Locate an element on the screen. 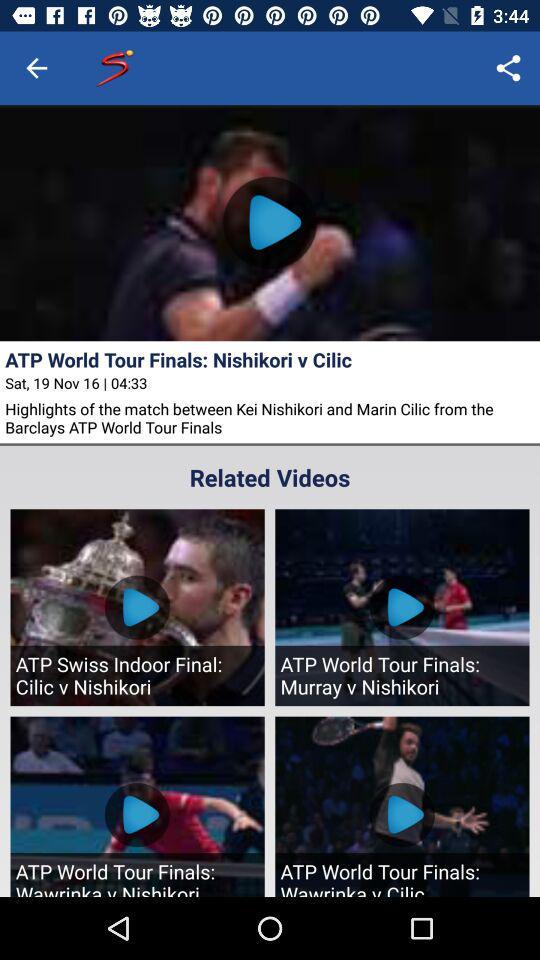  the image which is at bottom right corner is located at coordinates (402, 806).